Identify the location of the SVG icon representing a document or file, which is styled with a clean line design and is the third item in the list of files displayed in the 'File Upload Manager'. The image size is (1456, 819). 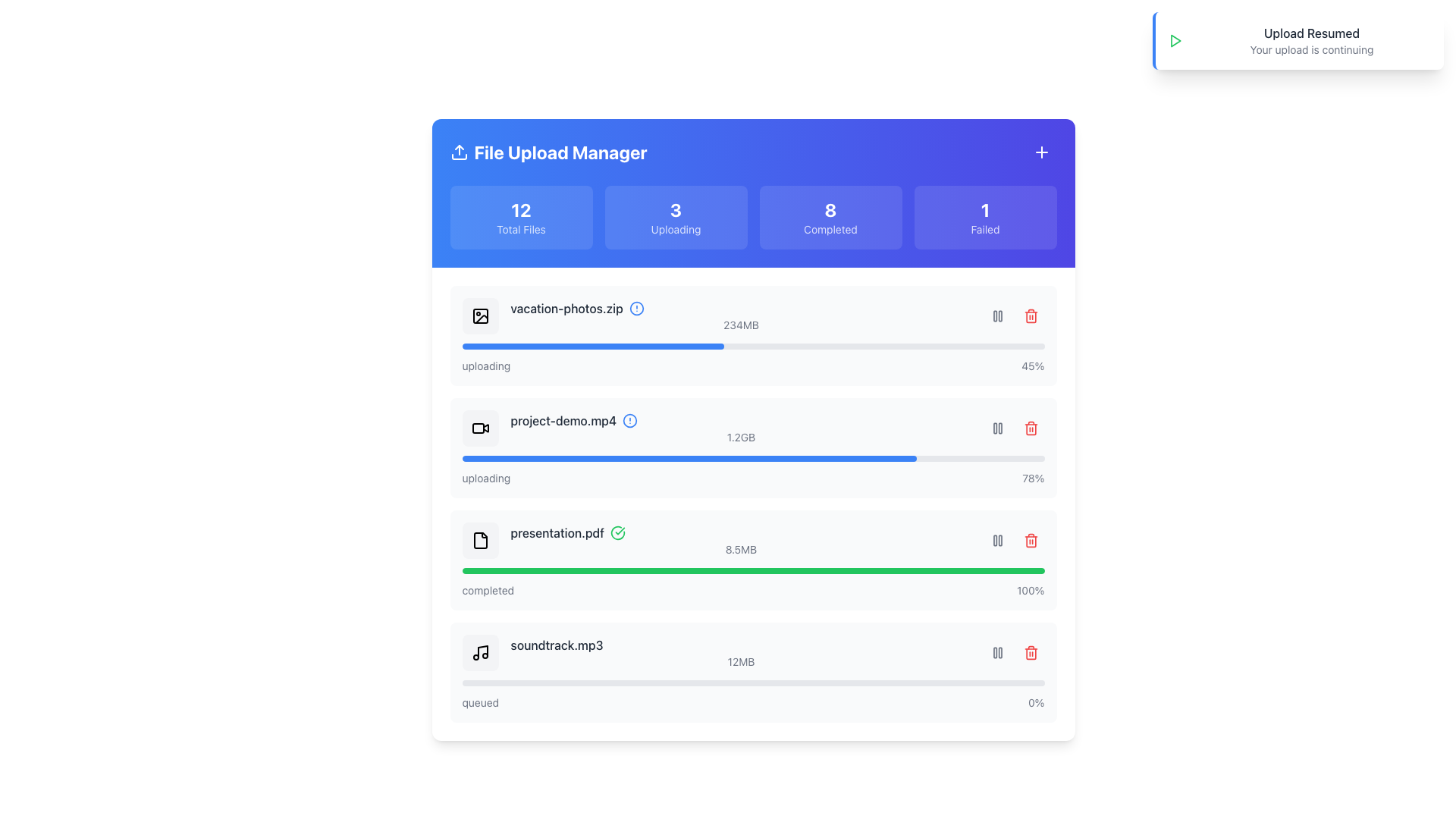
(479, 540).